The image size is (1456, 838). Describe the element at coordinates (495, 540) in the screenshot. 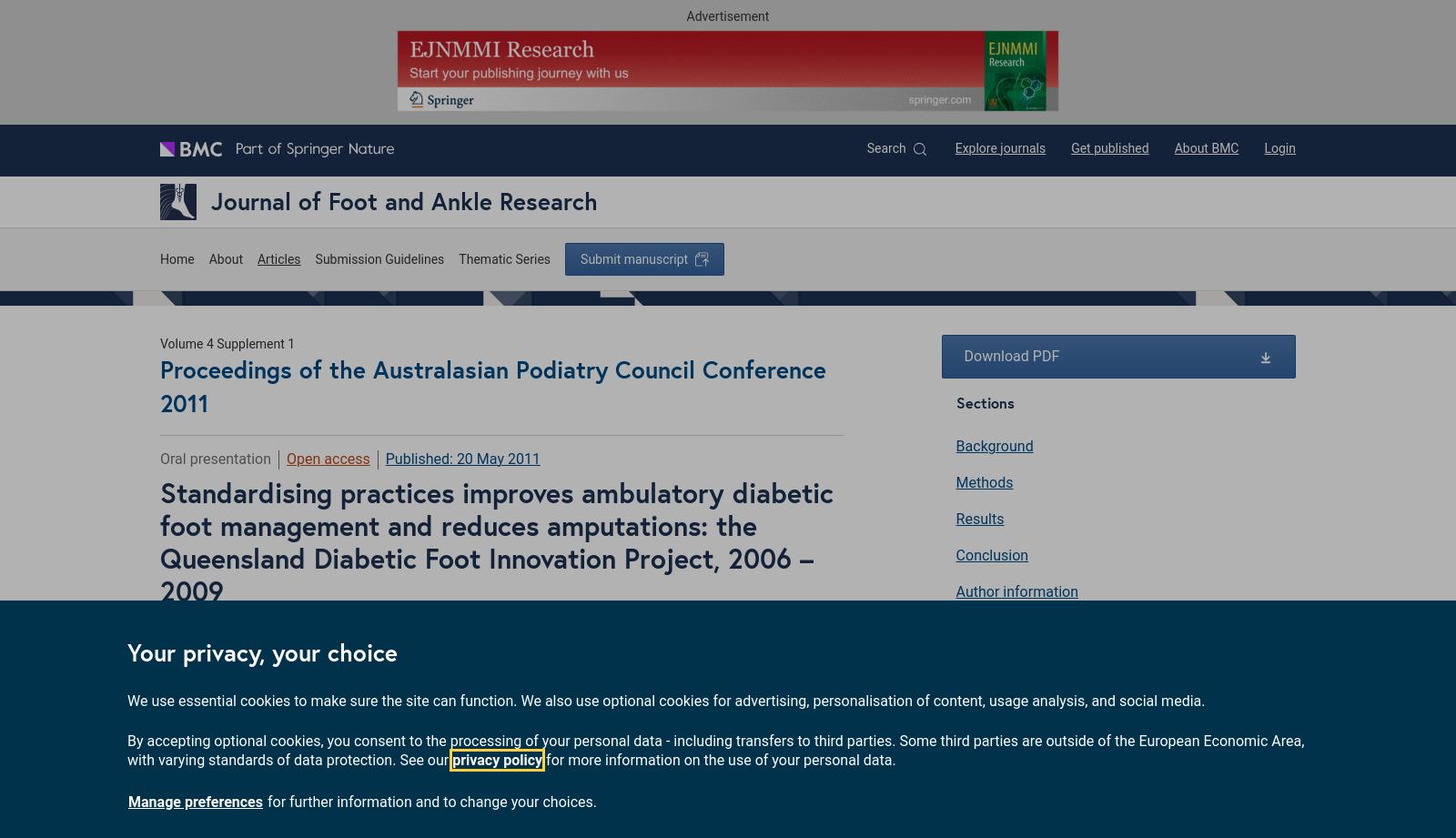

I see `'Standardising practices improves ambulatory diabetic foot management and reduces amputations: the Queensland Diabetic Foot Innovation Project, 2006 – 2009'` at that location.